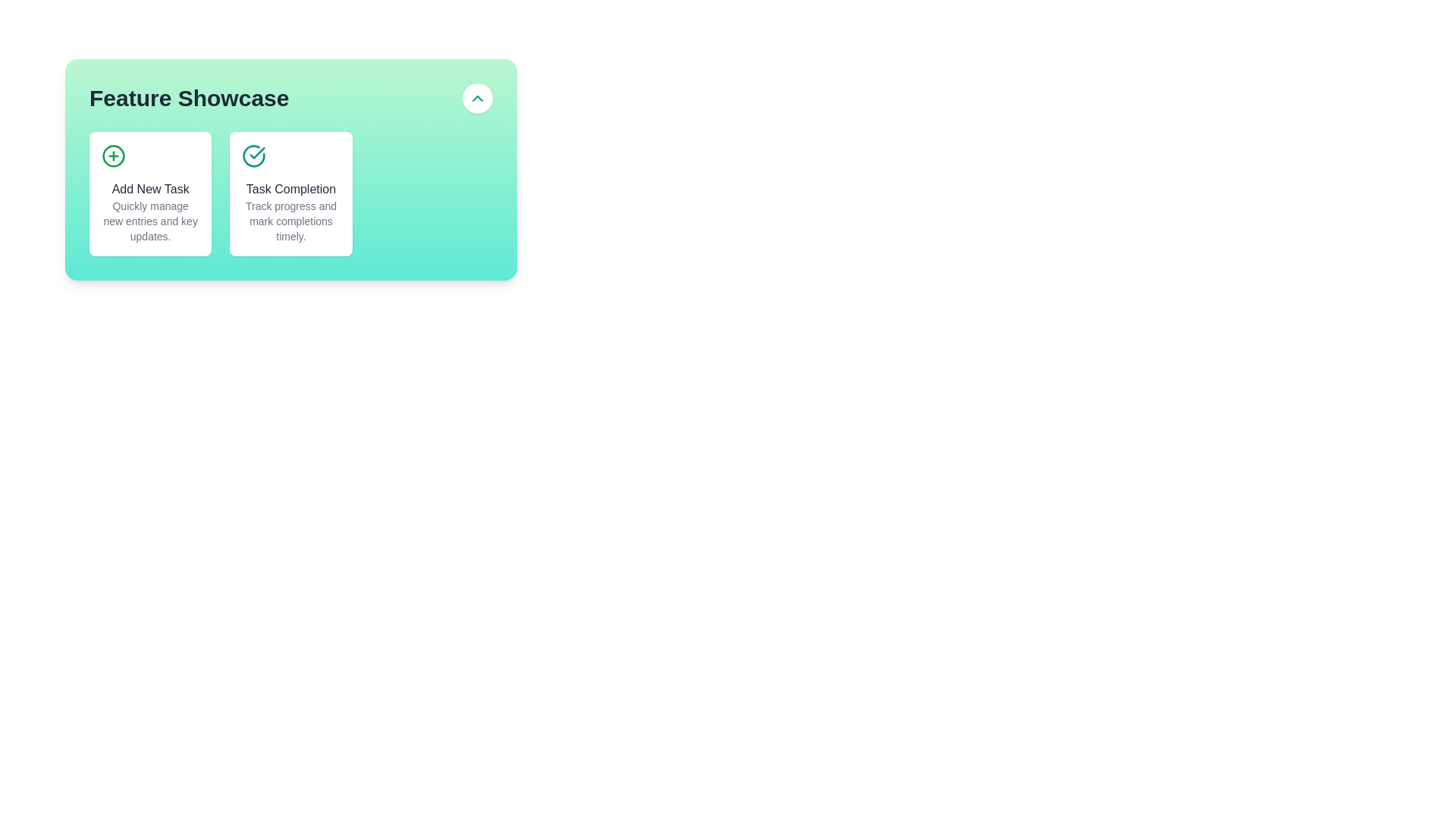 The image size is (1456, 819). Describe the element at coordinates (112, 155) in the screenshot. I see `the green-bordered circle icon containing a plus symbol to initiate a new task action` at that location.